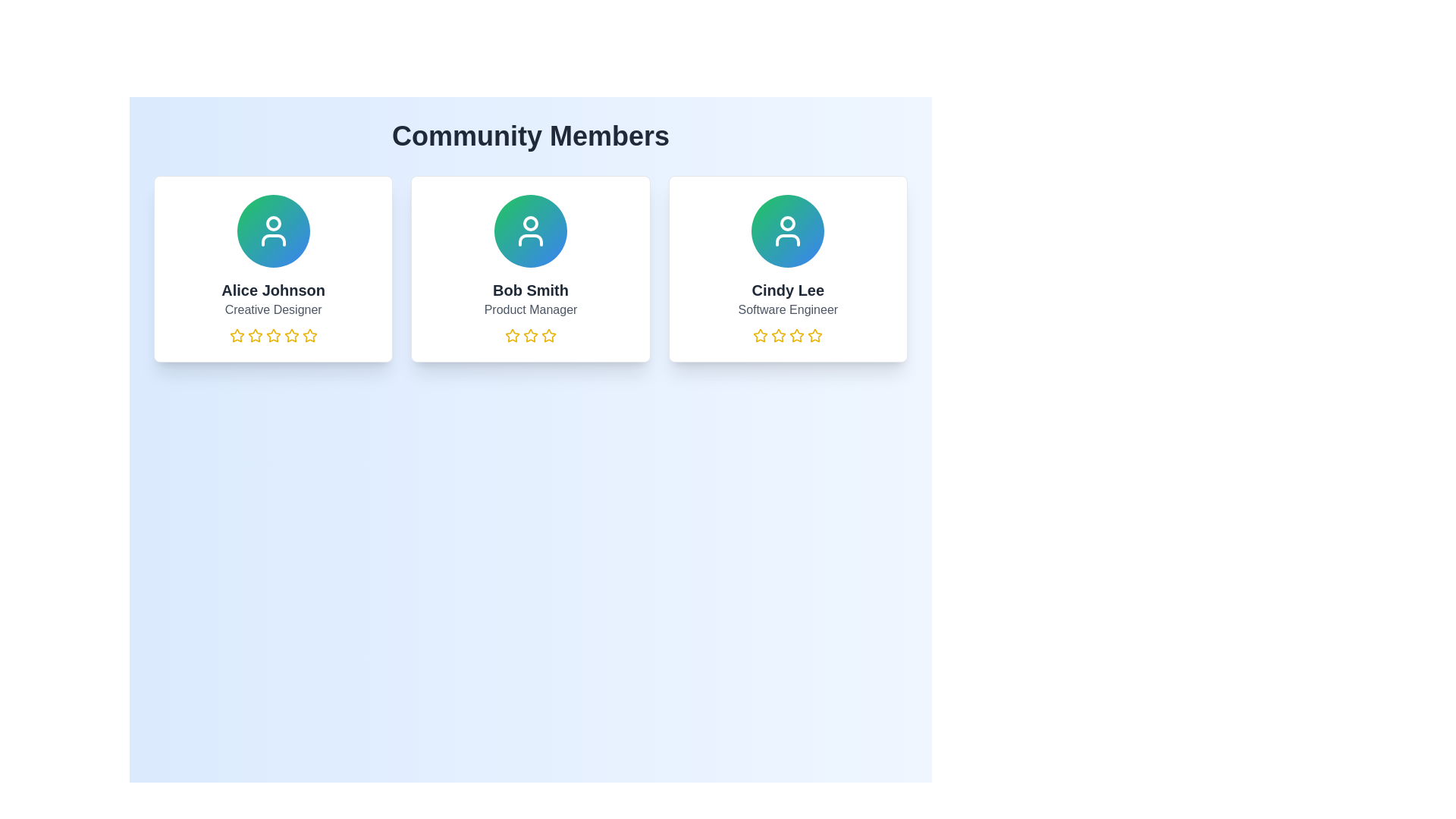  Describe the element at coordinates (796, 334) in the screenshot. I see `the fourth star in the five-star rating system associated with Cindy Lee, Software Engineer, as an indicator of rating` at that location.